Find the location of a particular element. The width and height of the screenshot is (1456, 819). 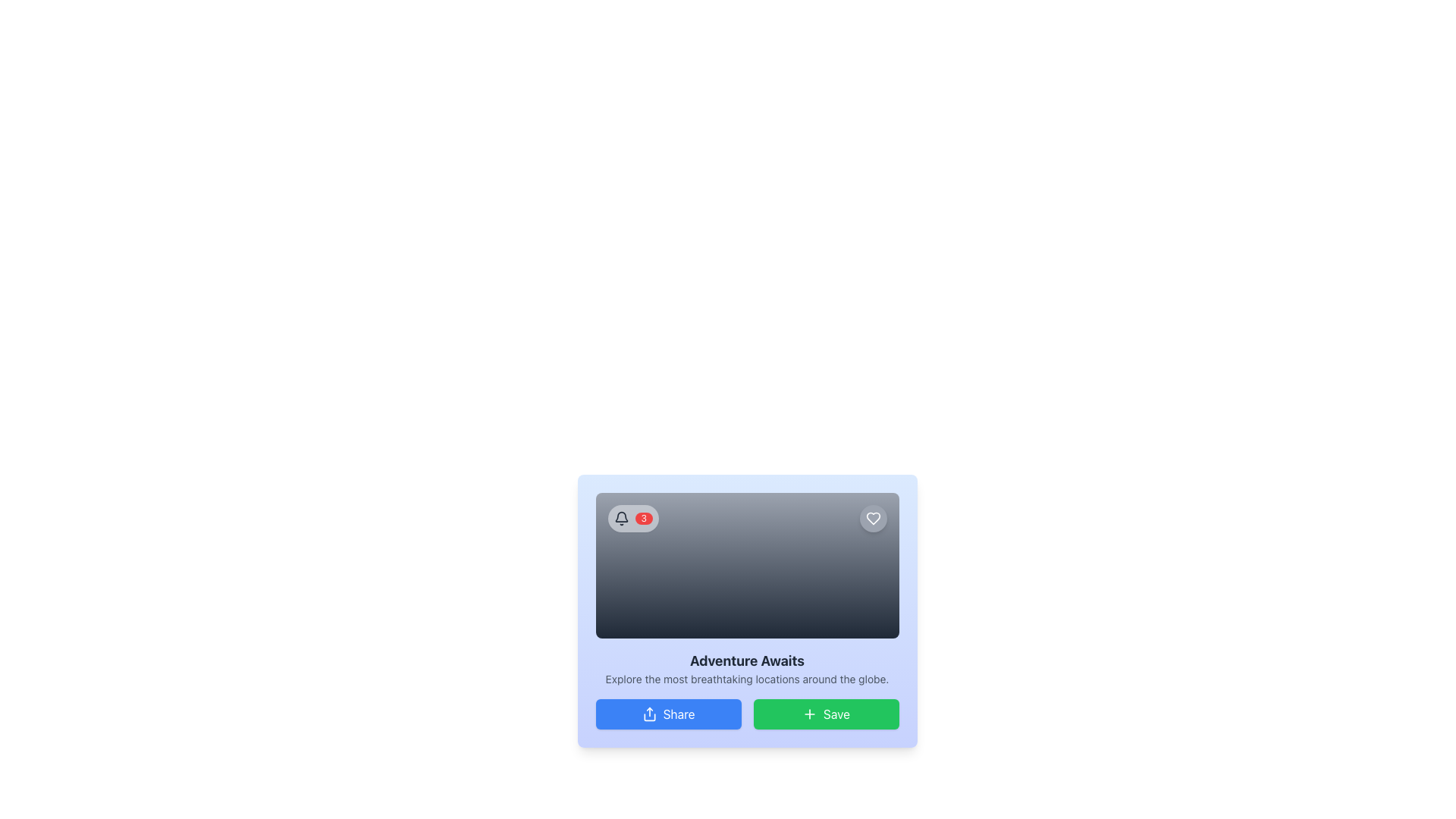

the text element that reads 'Explore the most breathtaking locations around the globe.', which is styled with a small font size and gray color, located below 'Adventure Awaits' is located at coordinates (747, 678).